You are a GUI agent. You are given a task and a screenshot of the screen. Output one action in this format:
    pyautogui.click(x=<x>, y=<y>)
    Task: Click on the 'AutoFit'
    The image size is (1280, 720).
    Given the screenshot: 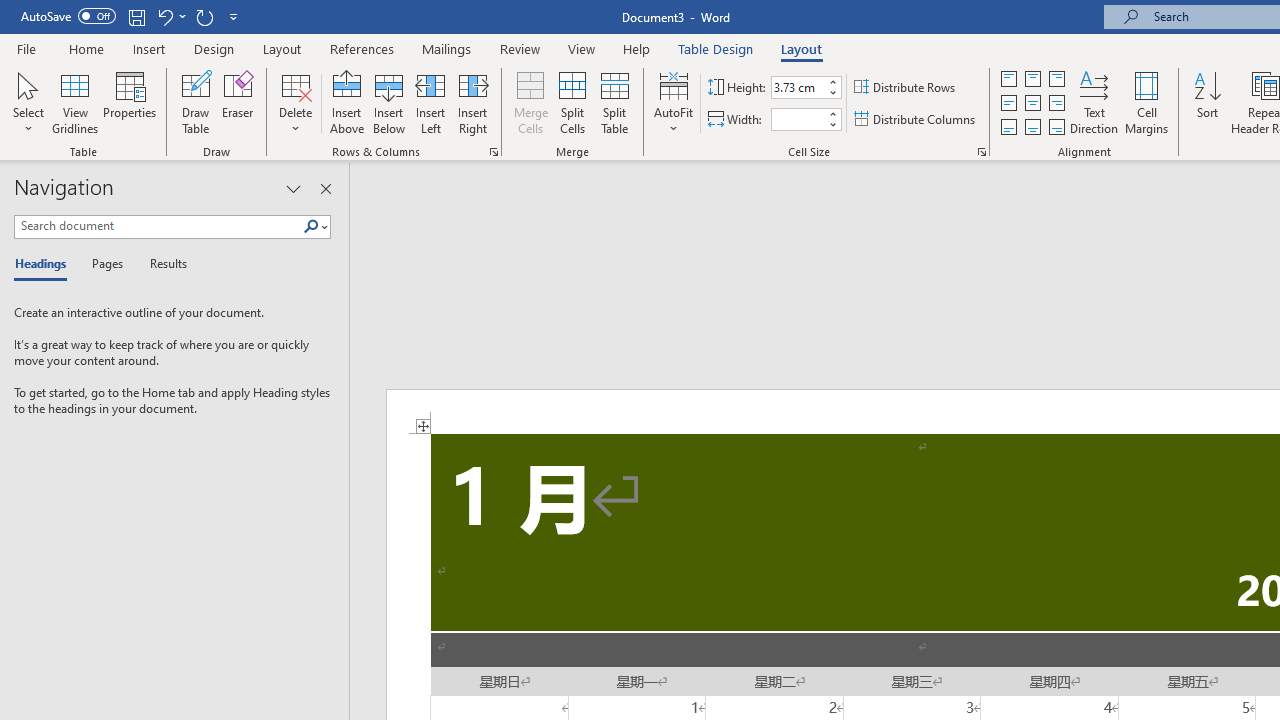 What is the action you would take?
    pyautogui.click(x=673, y=103)
    